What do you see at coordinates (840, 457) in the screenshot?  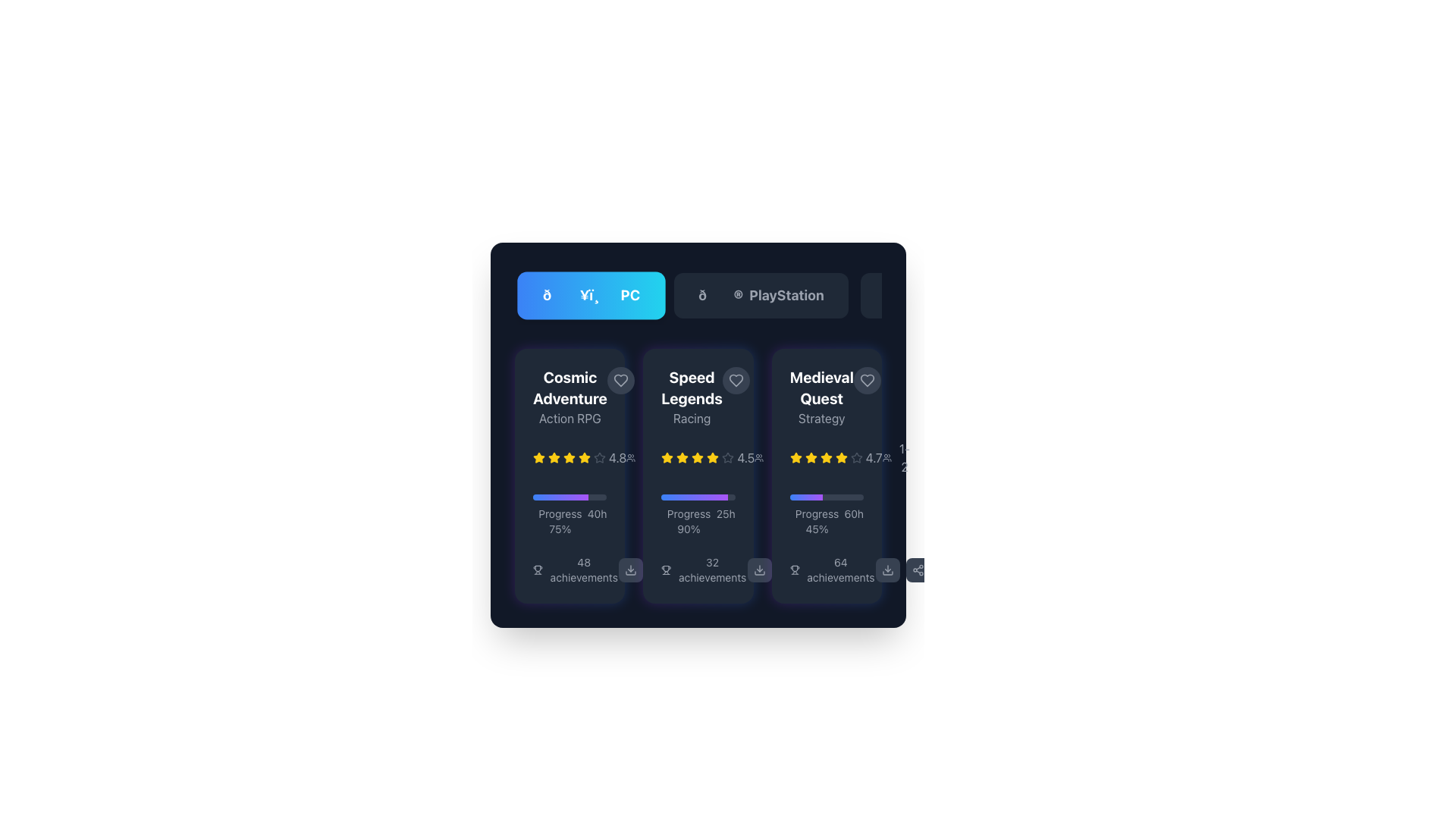 I see `the third rating star icon for the 'Medieval Quest' game, which indicates part of the overall rating value` at bounding box center [840, 457].